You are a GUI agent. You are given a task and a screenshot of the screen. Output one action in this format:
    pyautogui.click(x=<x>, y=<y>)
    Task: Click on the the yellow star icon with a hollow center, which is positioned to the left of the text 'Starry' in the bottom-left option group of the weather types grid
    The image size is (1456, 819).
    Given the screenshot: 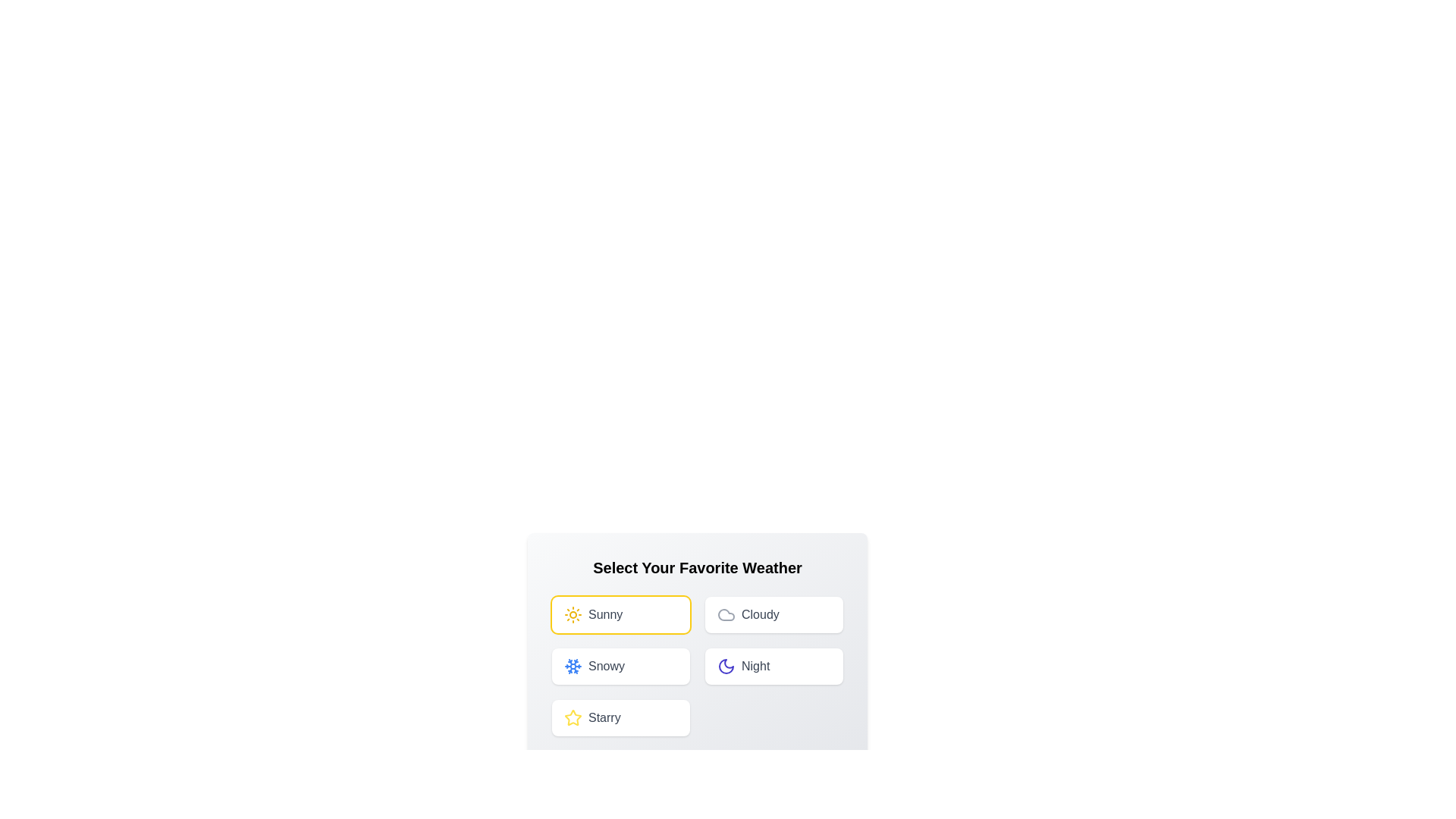 What is the action you would take?
    pyautogui.click(x=572, y=717)
    